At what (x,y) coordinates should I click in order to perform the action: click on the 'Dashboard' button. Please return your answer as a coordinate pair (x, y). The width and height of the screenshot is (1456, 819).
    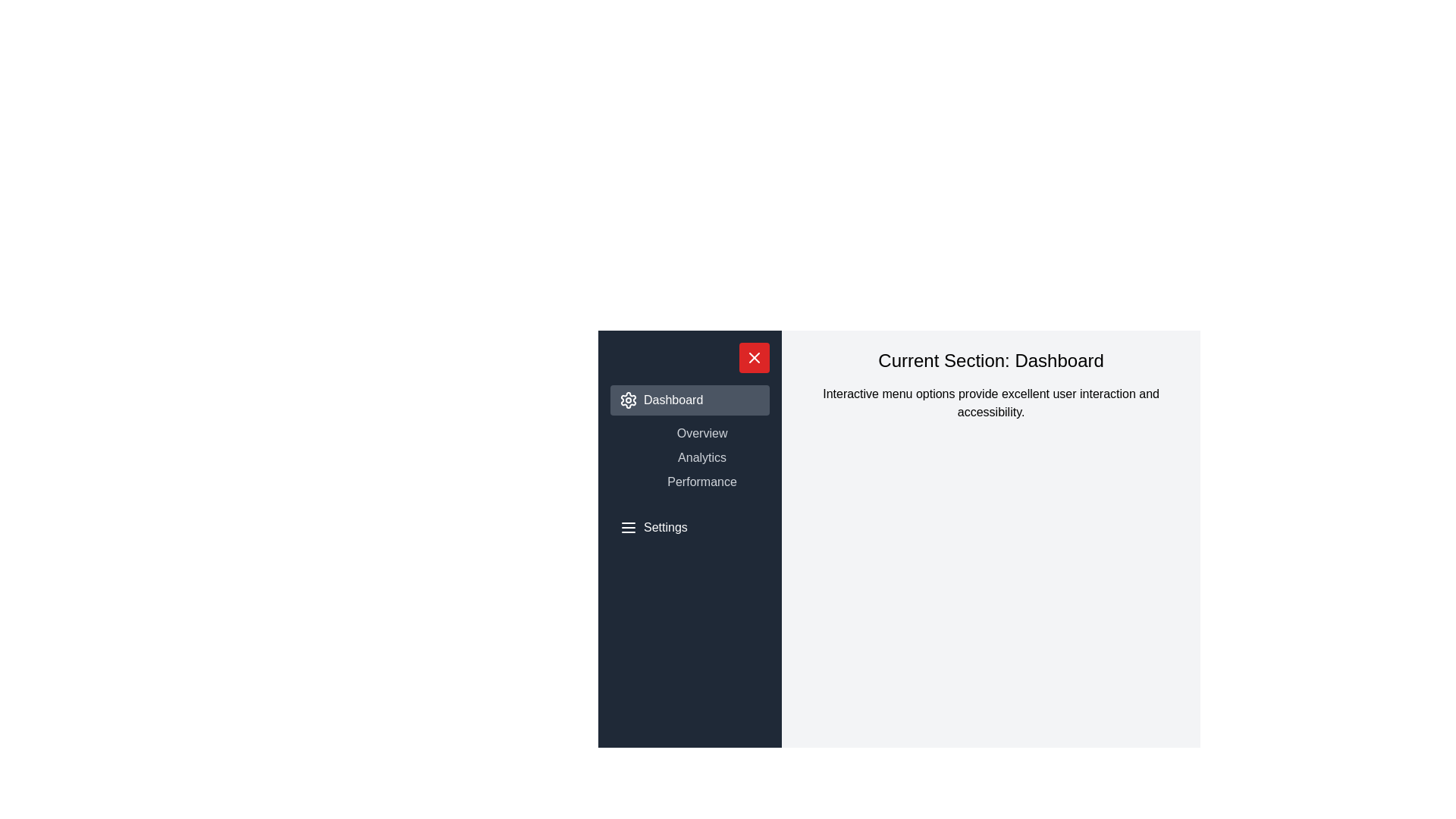
    Looking at the image, I should click on (689, 400).